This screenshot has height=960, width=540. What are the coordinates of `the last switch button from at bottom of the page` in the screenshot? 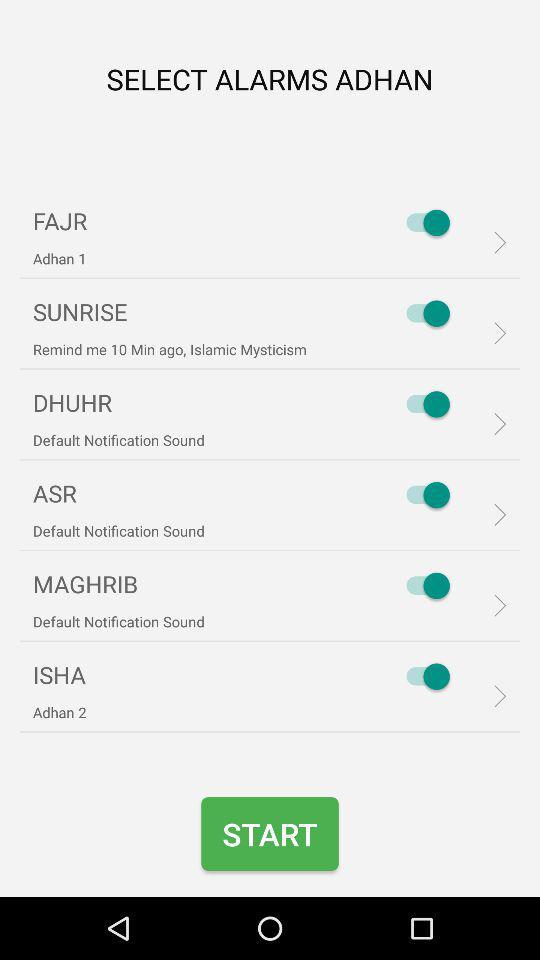 It's located at (422, 676).